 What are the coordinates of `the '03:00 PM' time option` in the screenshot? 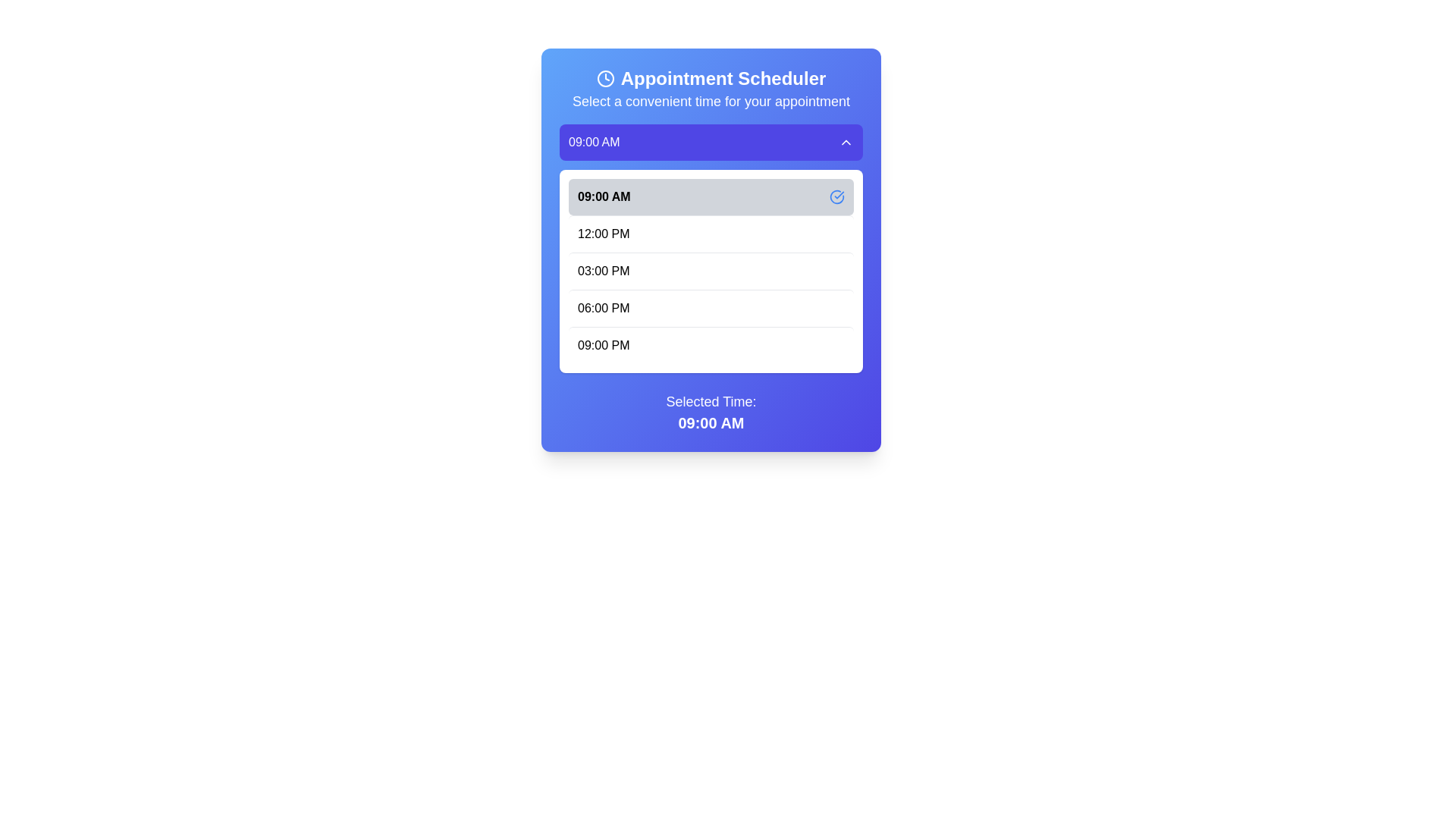 It's located at (710, 270).